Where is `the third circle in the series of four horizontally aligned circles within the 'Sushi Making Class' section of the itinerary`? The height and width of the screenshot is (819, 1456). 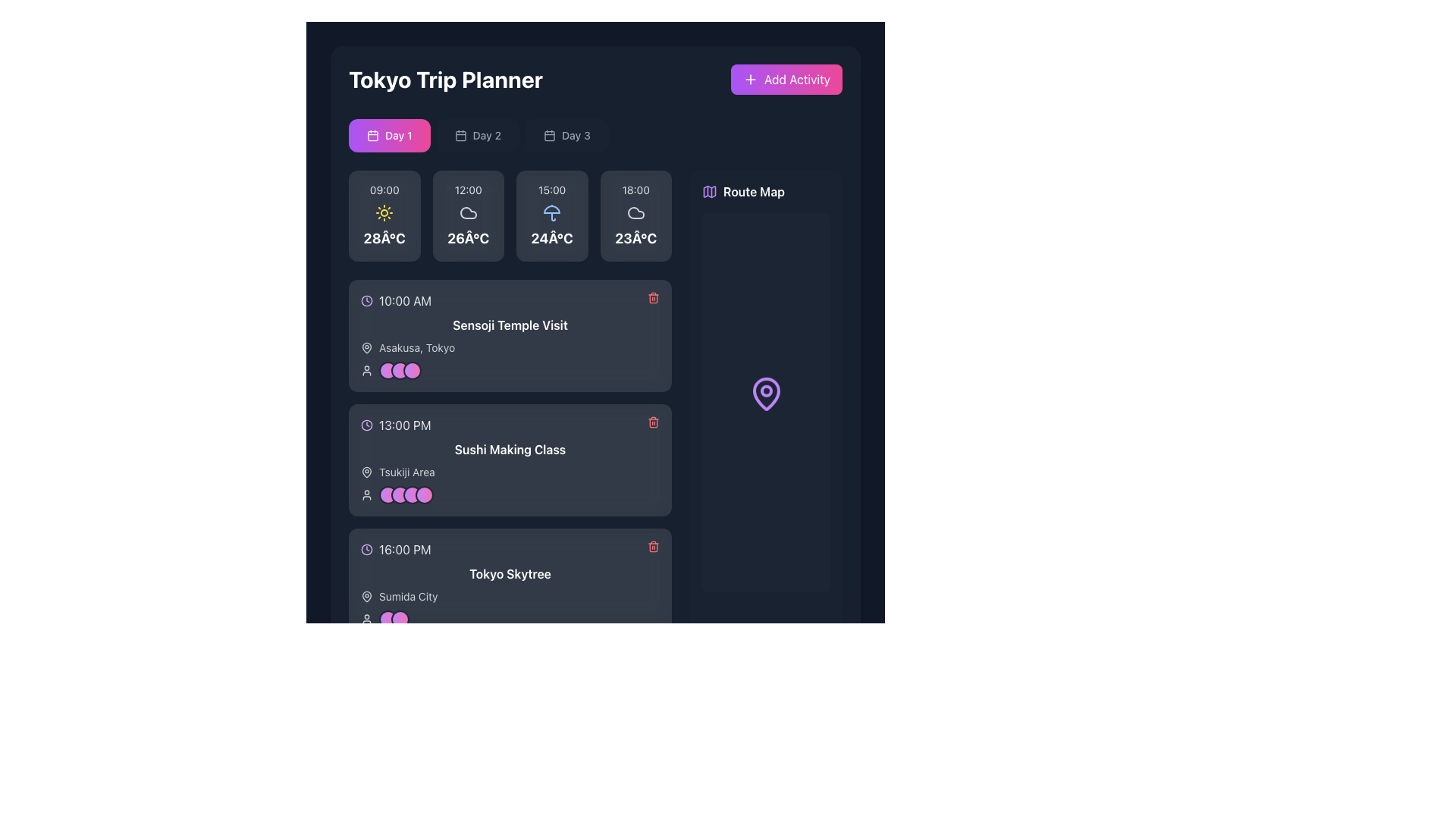
the third circle in the series of four horizontally aligned circles within the 'Sushi Making Class' section of the itinerary is located at coordinates (412, 494).